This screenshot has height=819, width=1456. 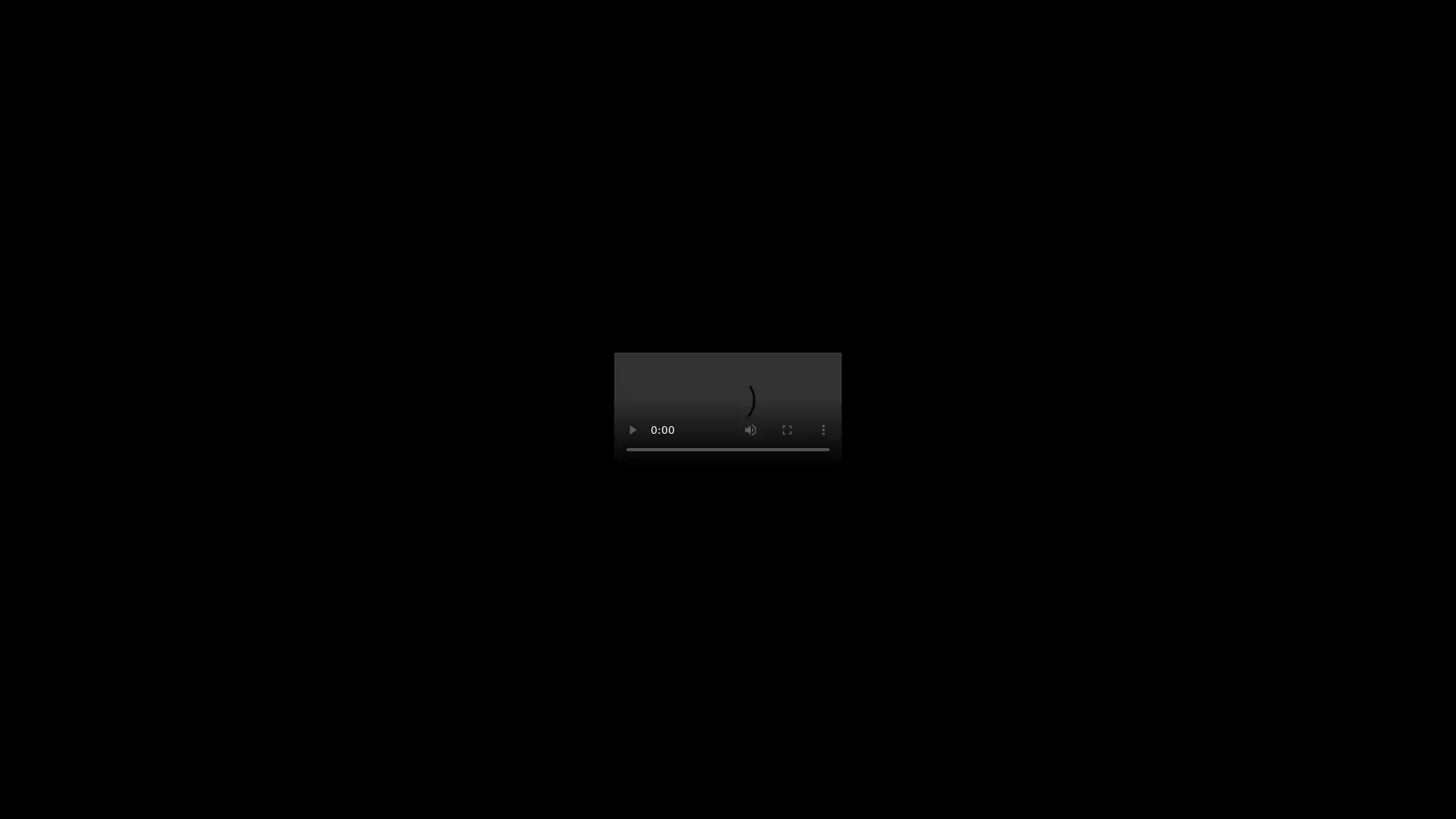 I want to click on show more media controls, so click(x=822, y=430).